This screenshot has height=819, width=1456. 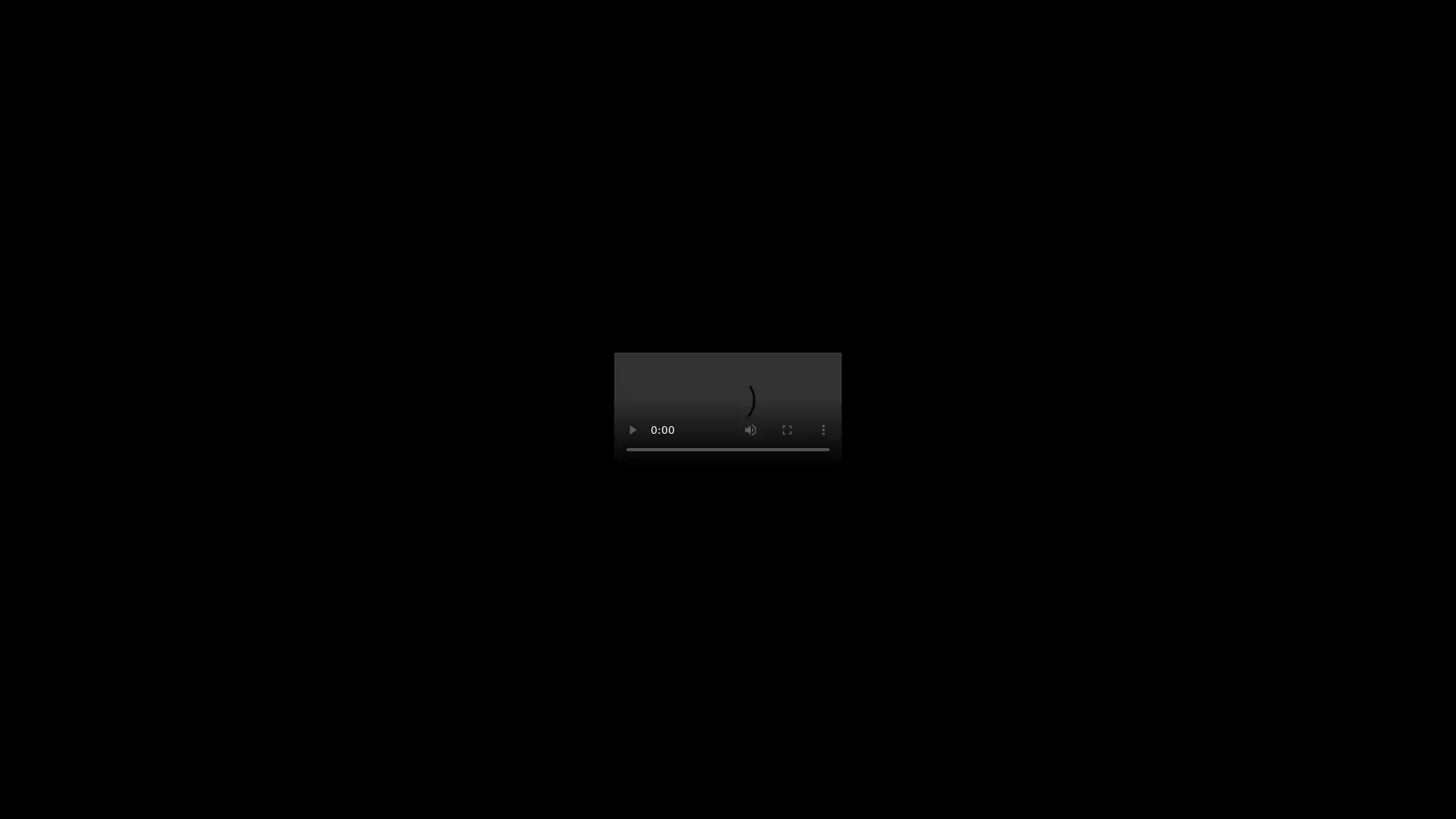 I want to click on show more media controls, so click(x=822, y=430).